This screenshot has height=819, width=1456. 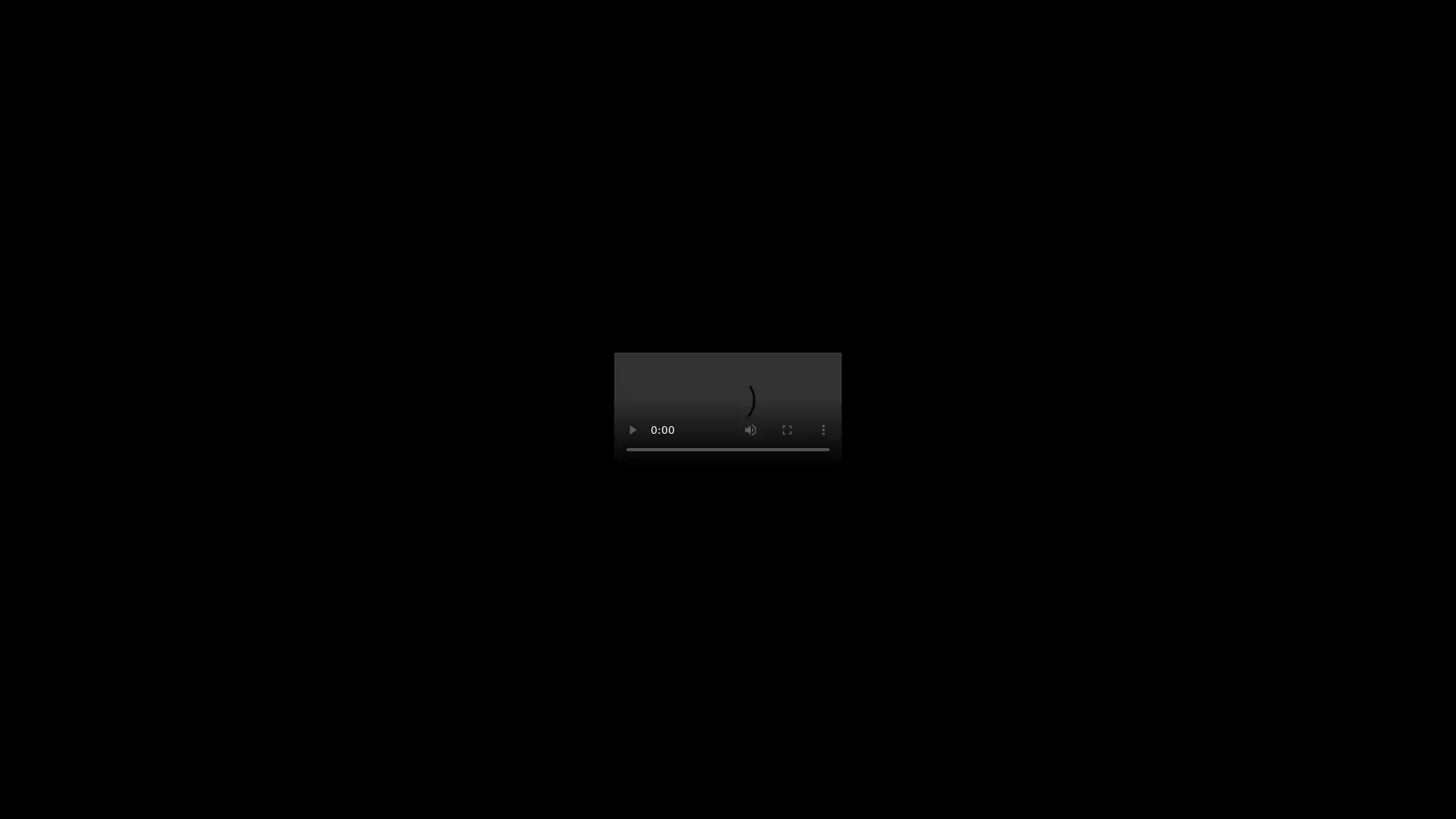 I want to click on show more media controls, so click(x=822, y=430).